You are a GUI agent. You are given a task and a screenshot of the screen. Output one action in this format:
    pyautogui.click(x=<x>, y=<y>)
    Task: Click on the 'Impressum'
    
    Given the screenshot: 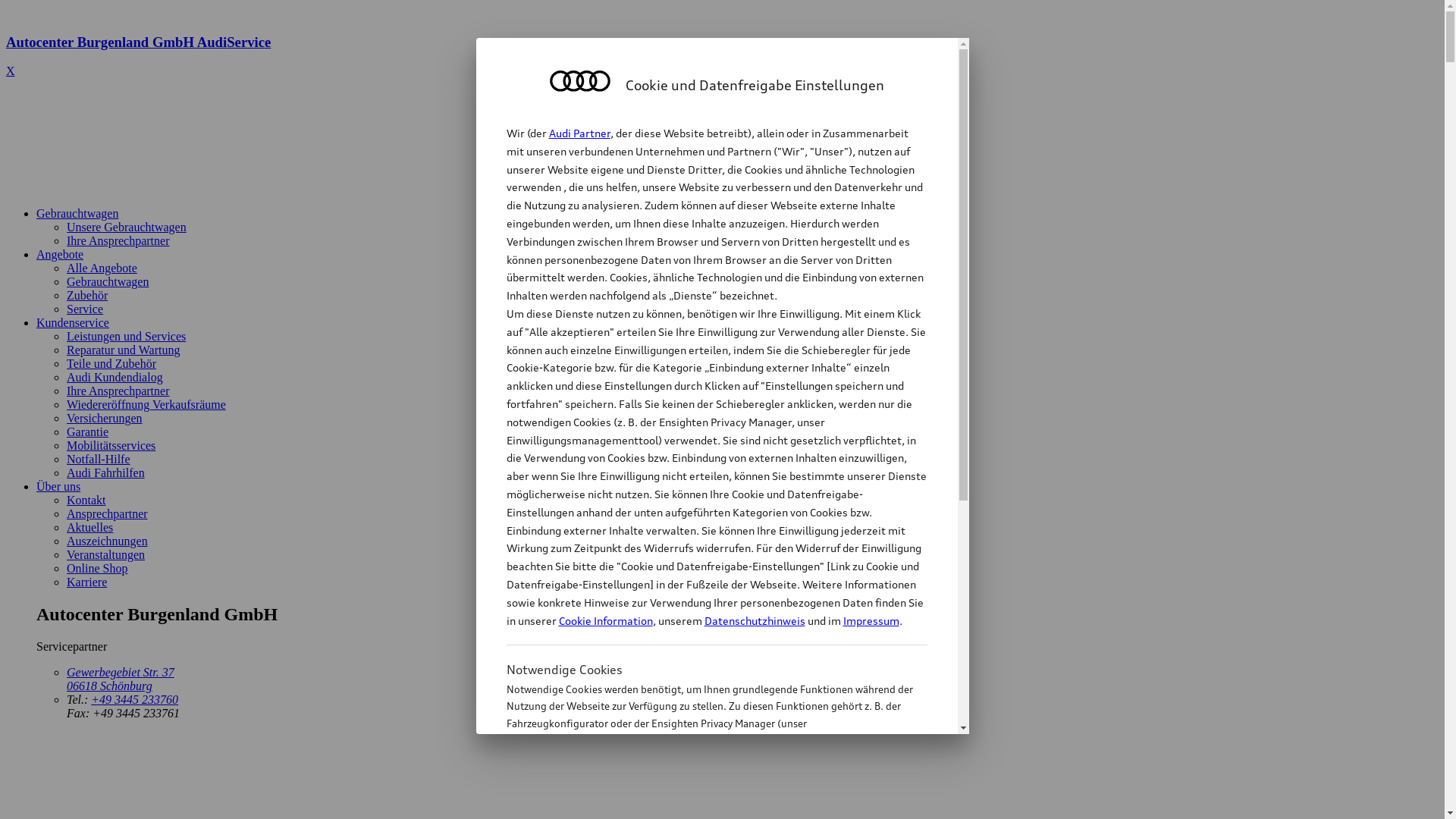 What is the action you would take?
    pyautogui.click(x=871, y=620)
    